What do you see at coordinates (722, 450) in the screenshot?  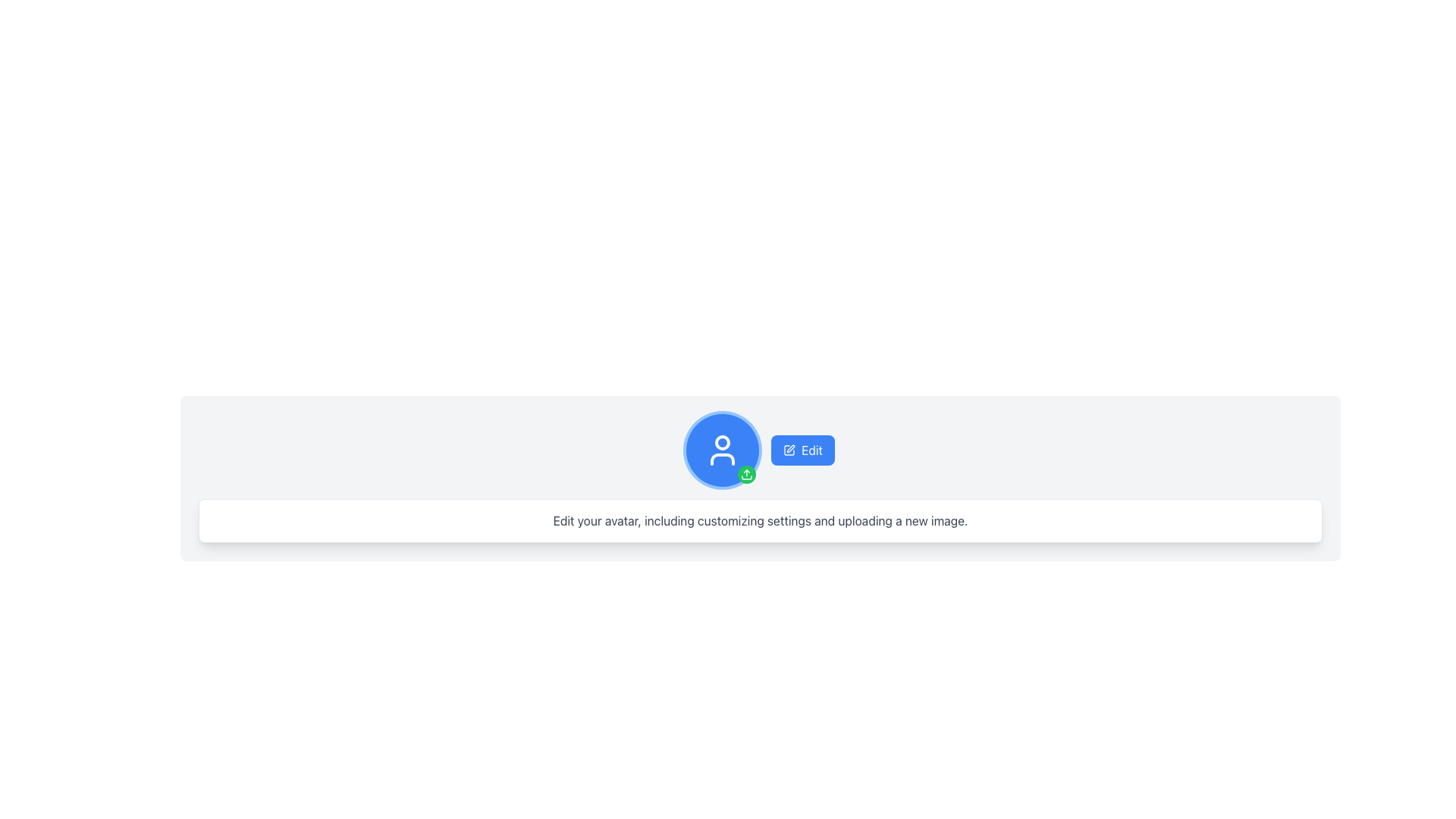 I see `the circular user icon with a blue background and white user outline` at bounding box center [722, 450].